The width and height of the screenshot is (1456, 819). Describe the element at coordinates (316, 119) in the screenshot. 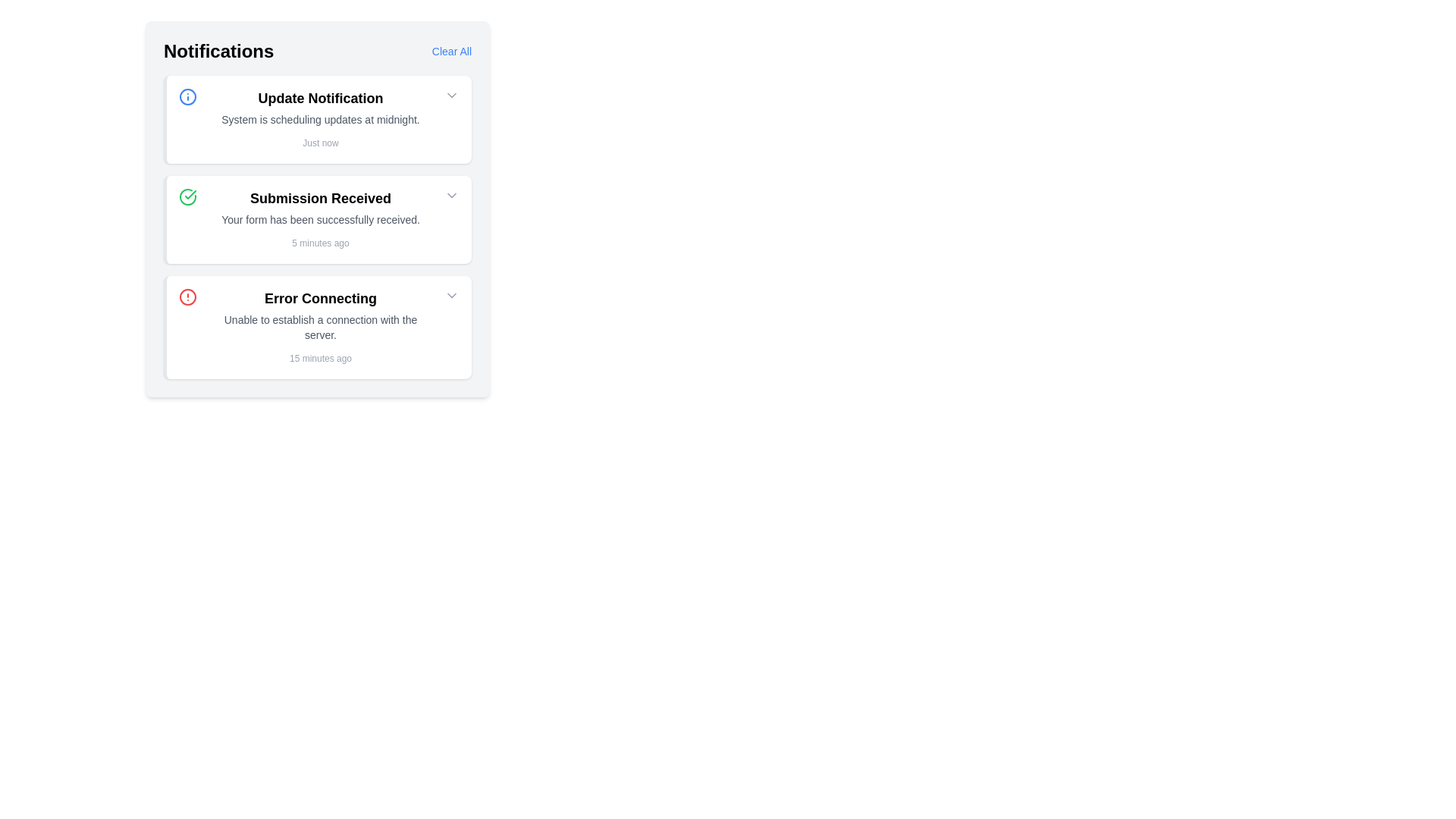

I see `the first notification card that displays a system update about scheduling updates at midnight to get more details` at that location.